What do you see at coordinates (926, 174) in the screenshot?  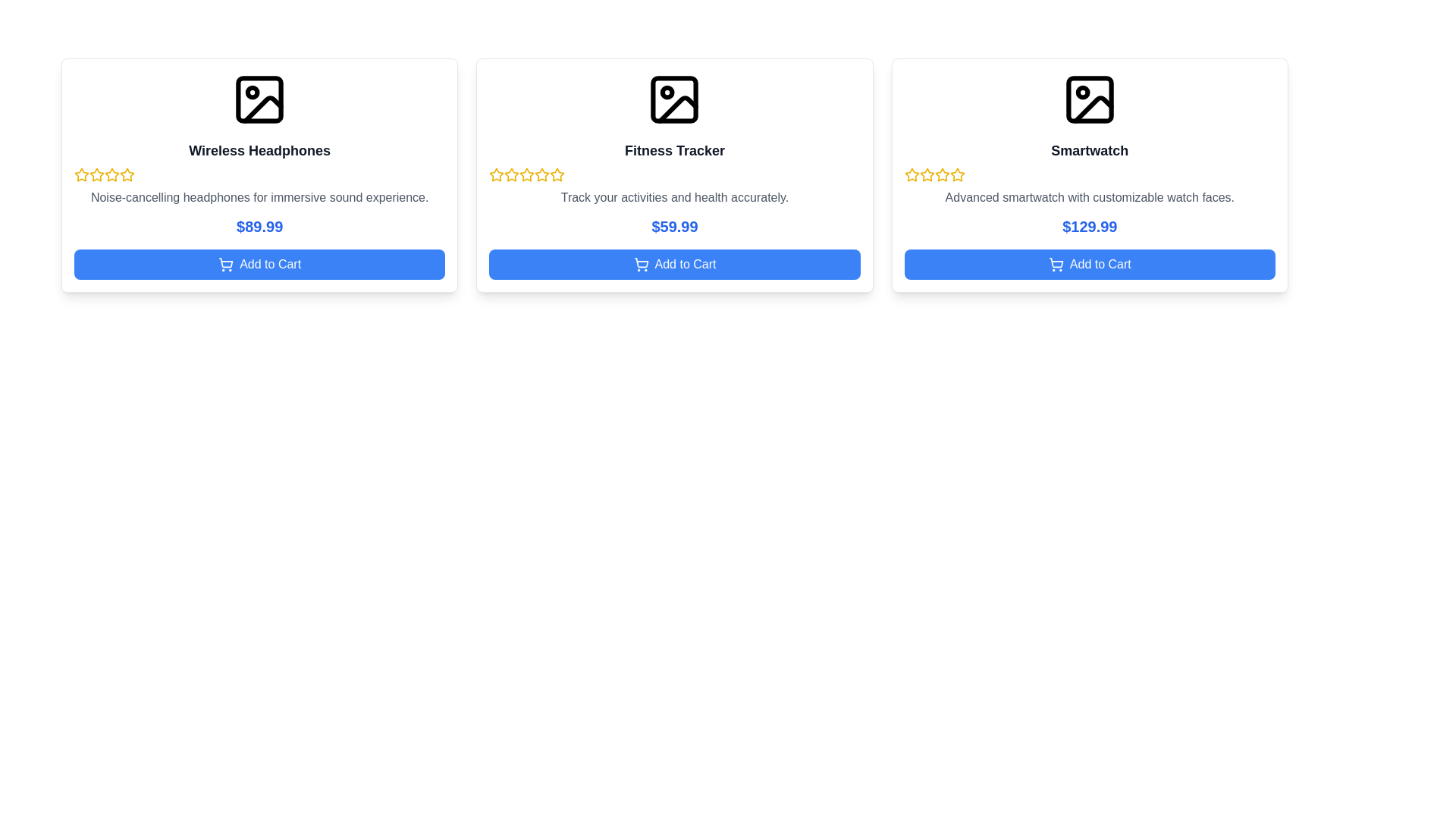 I see `the third star icon in the five-star rating system for the Smartwatch product card` at bounding box center [926, 174].